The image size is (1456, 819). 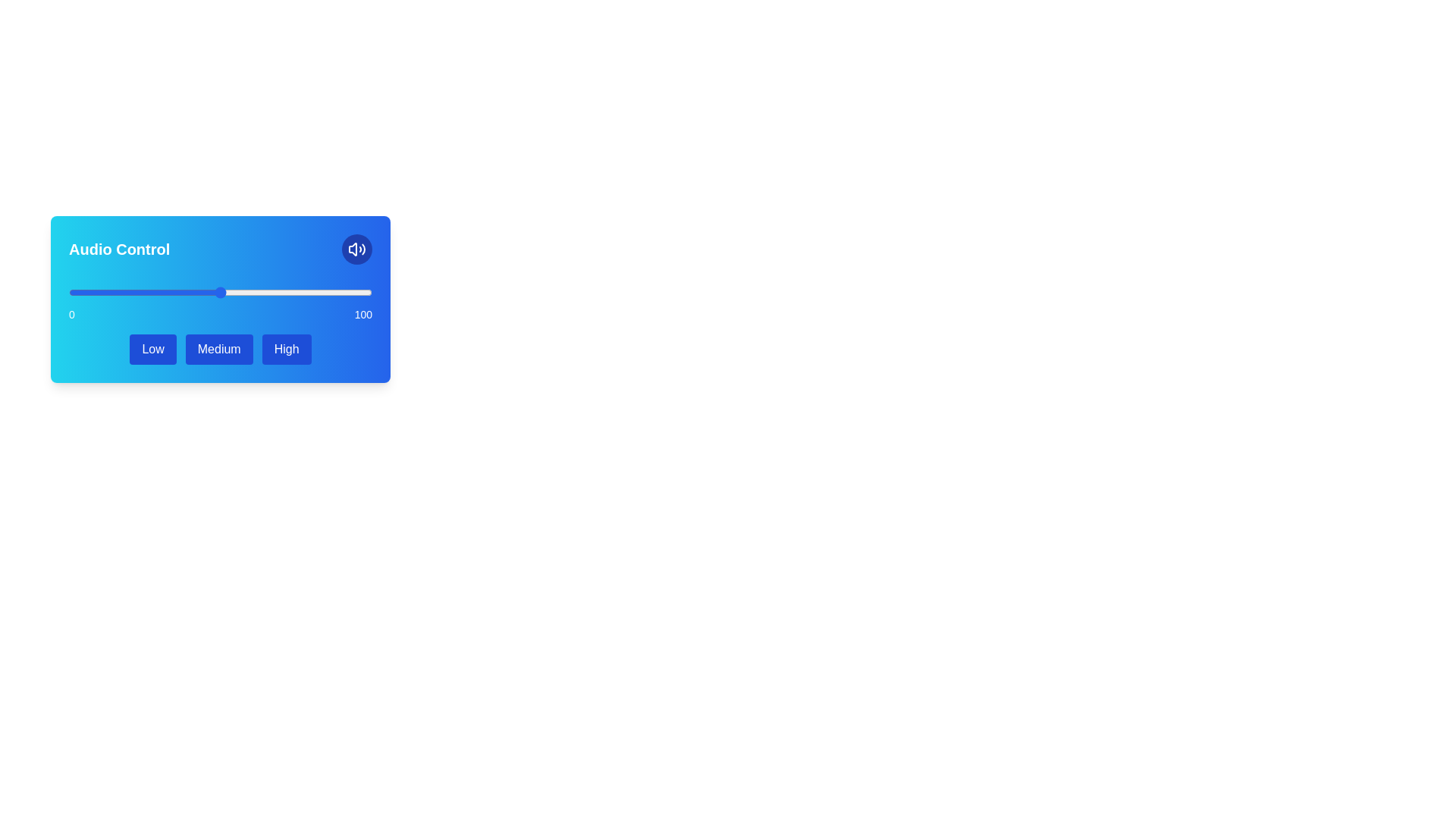 I want to click on the audio volume, so click(x=116, y=292).